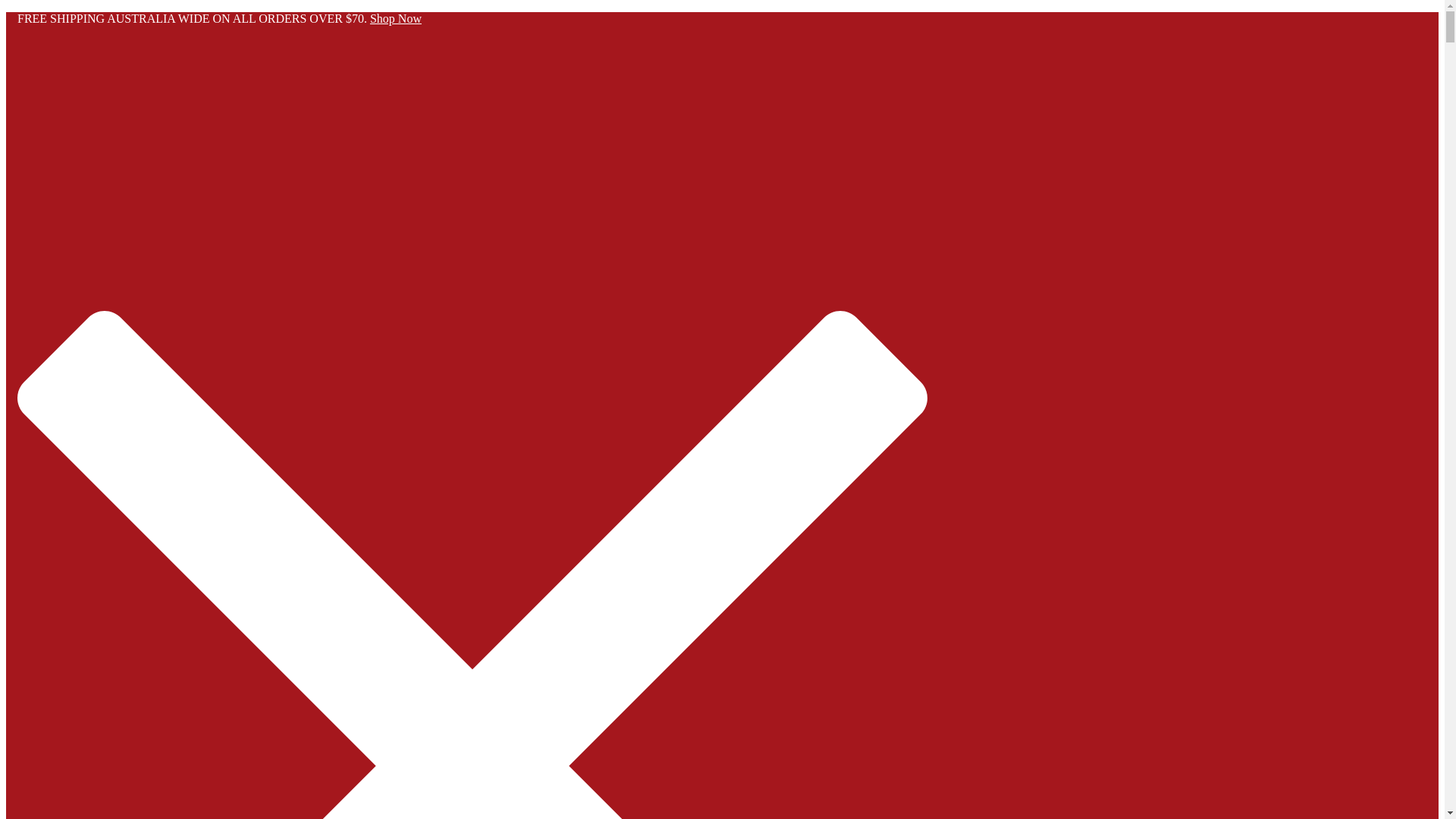  Describe the element at coordinates (396, 18) in the screenshot. I see `'Shop Now'` at that location.